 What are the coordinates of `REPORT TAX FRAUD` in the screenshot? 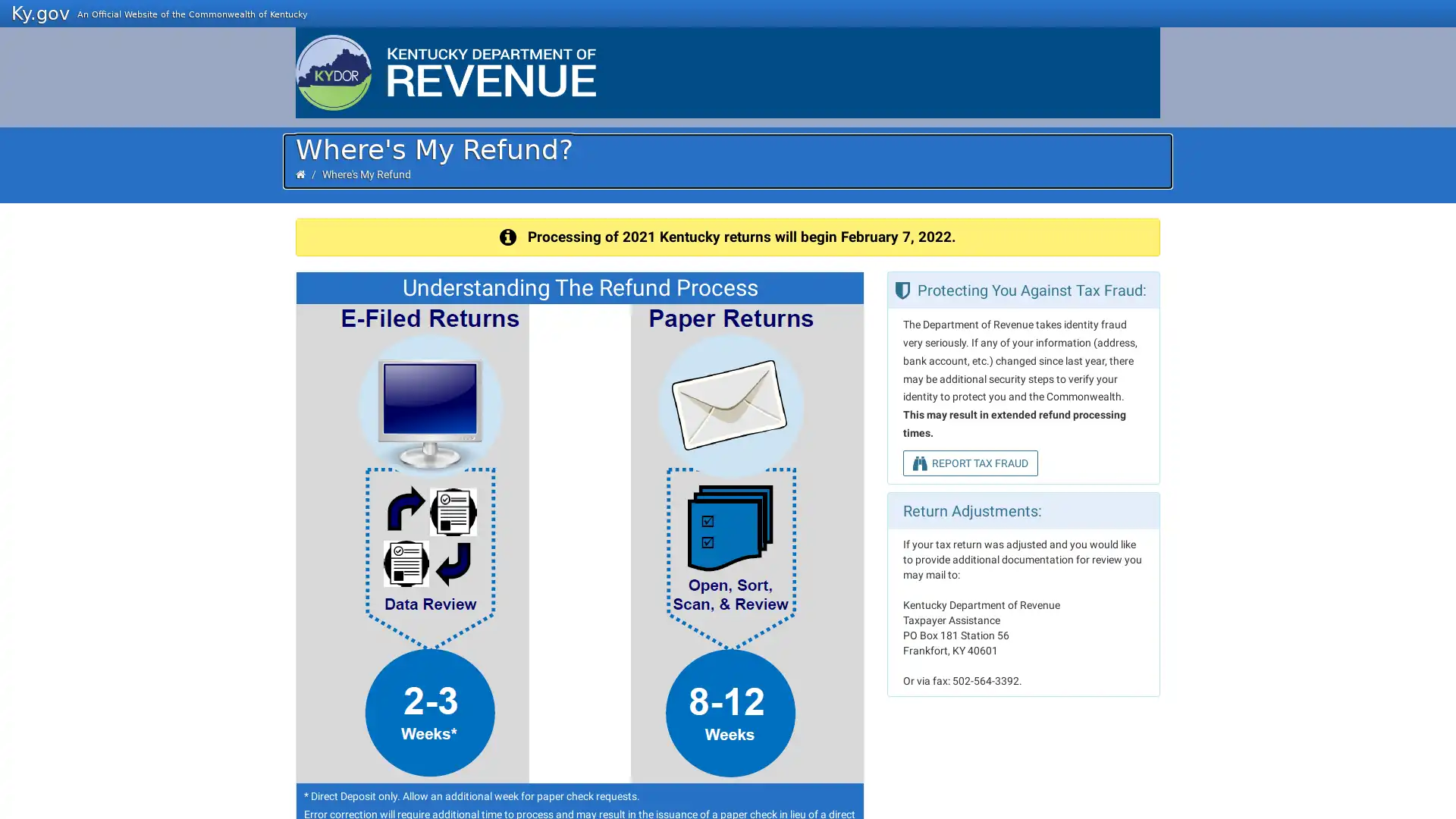 It's located at (971, 452).